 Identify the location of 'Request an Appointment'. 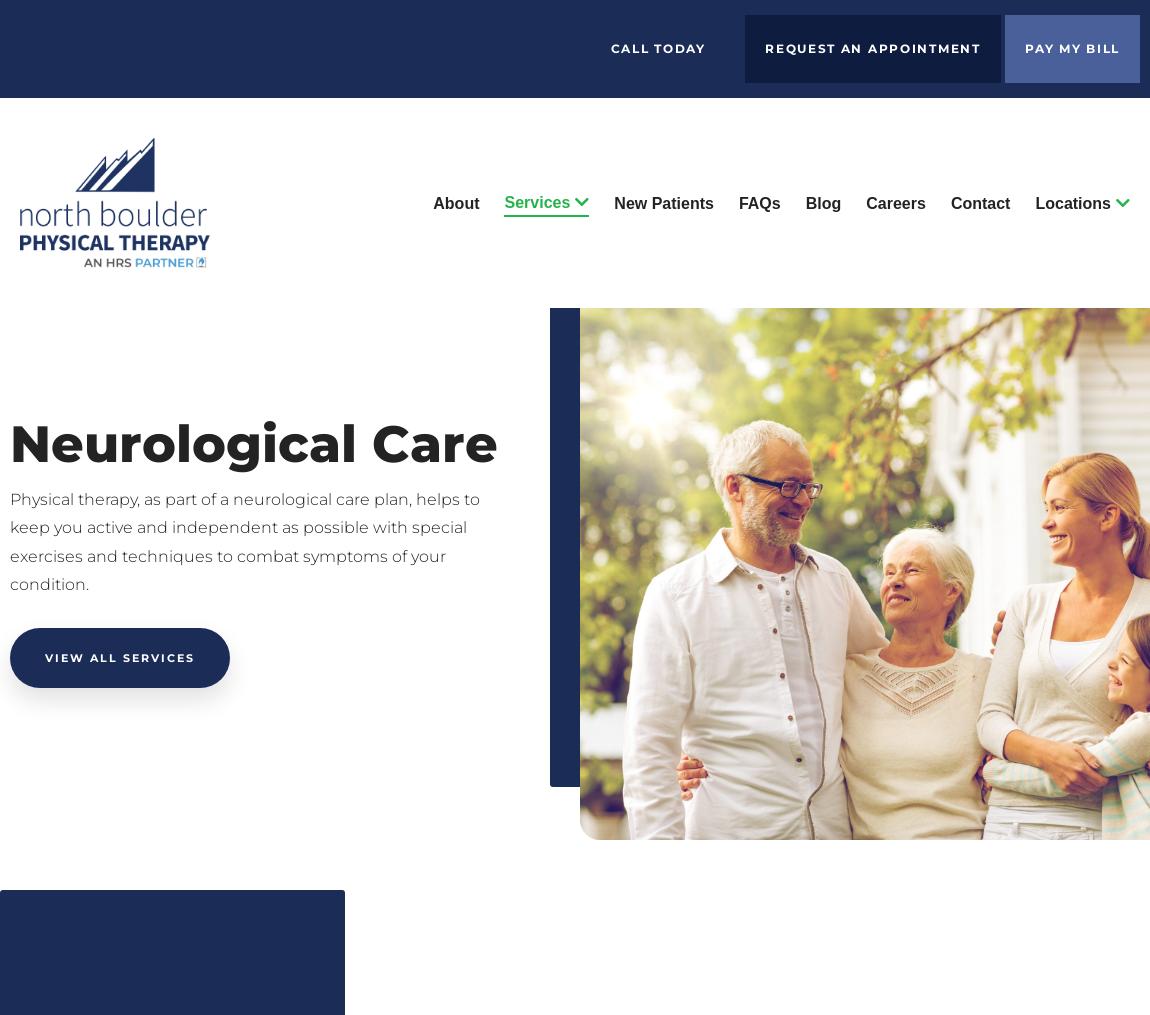
(872, 47).